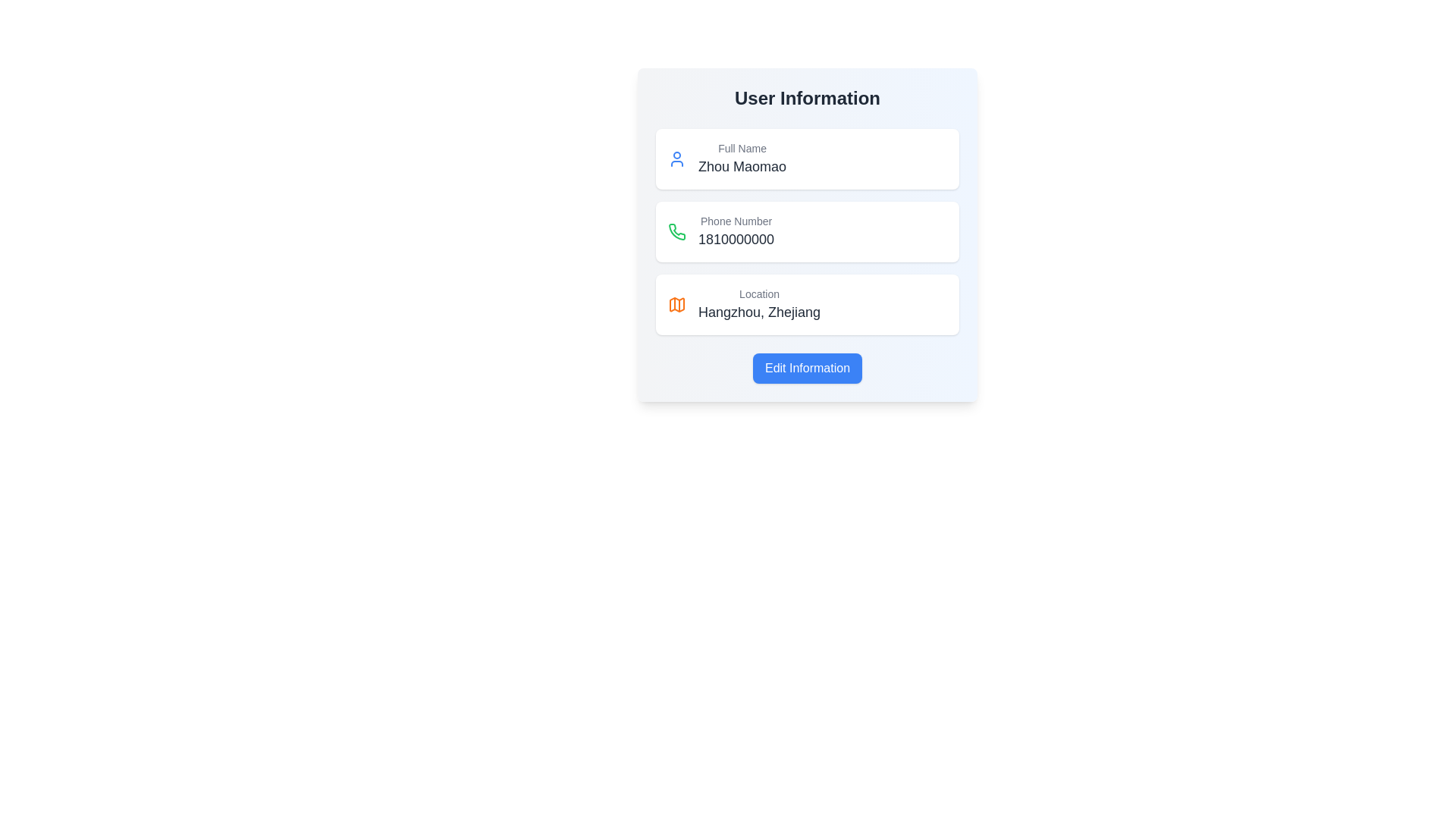 The image size is (1456, 819). Describe the element at coordinates (676, 304) in the screenshot. I see `the orange map icon located to the left of the text 'Location' and 'Hangzhou, Zhejiang' in the 'Location' section` at that location.